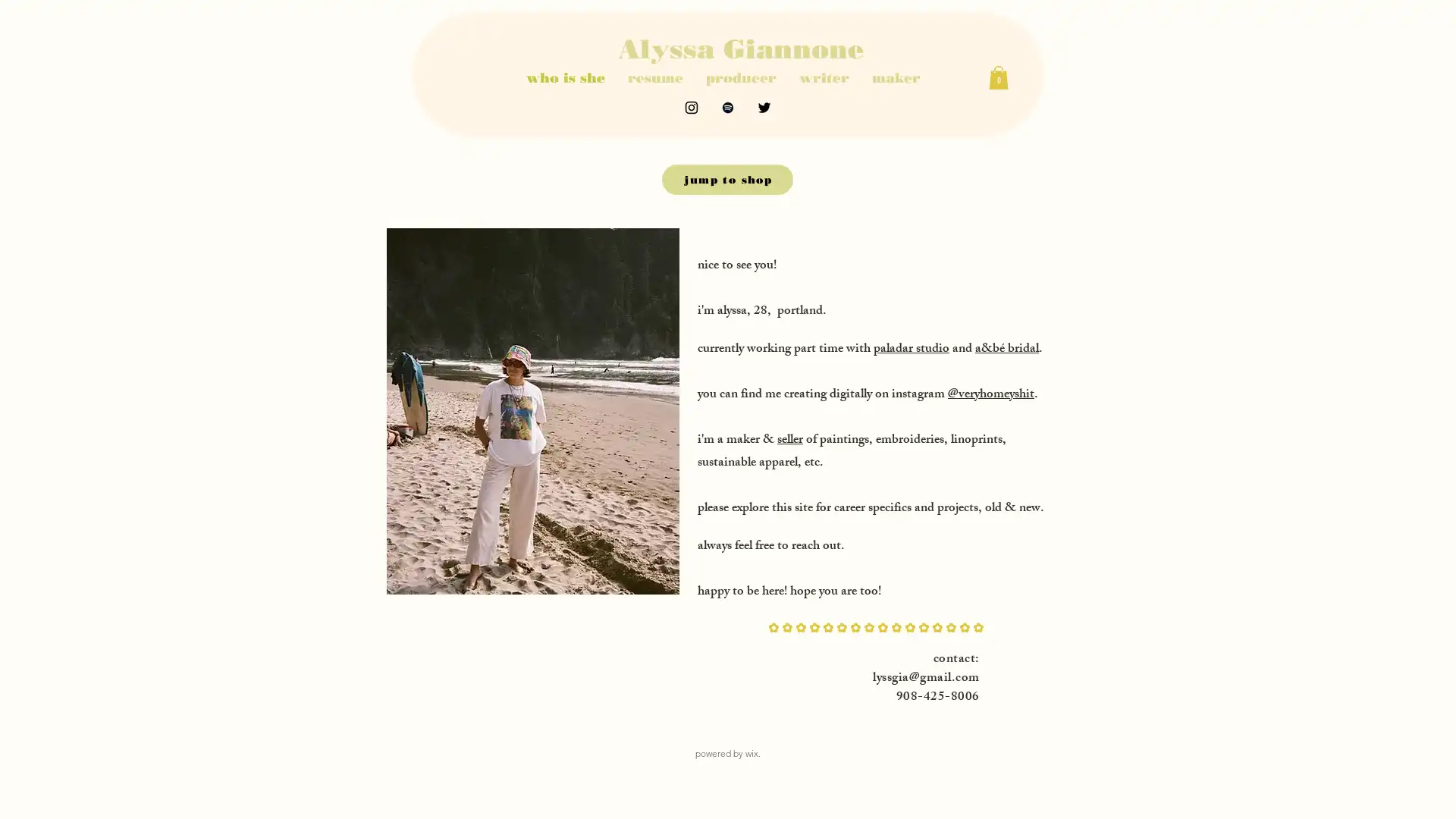 The width and height of the screenshot is (1456, 819). I want to click on Cart with 0 items, so click(998, 77).